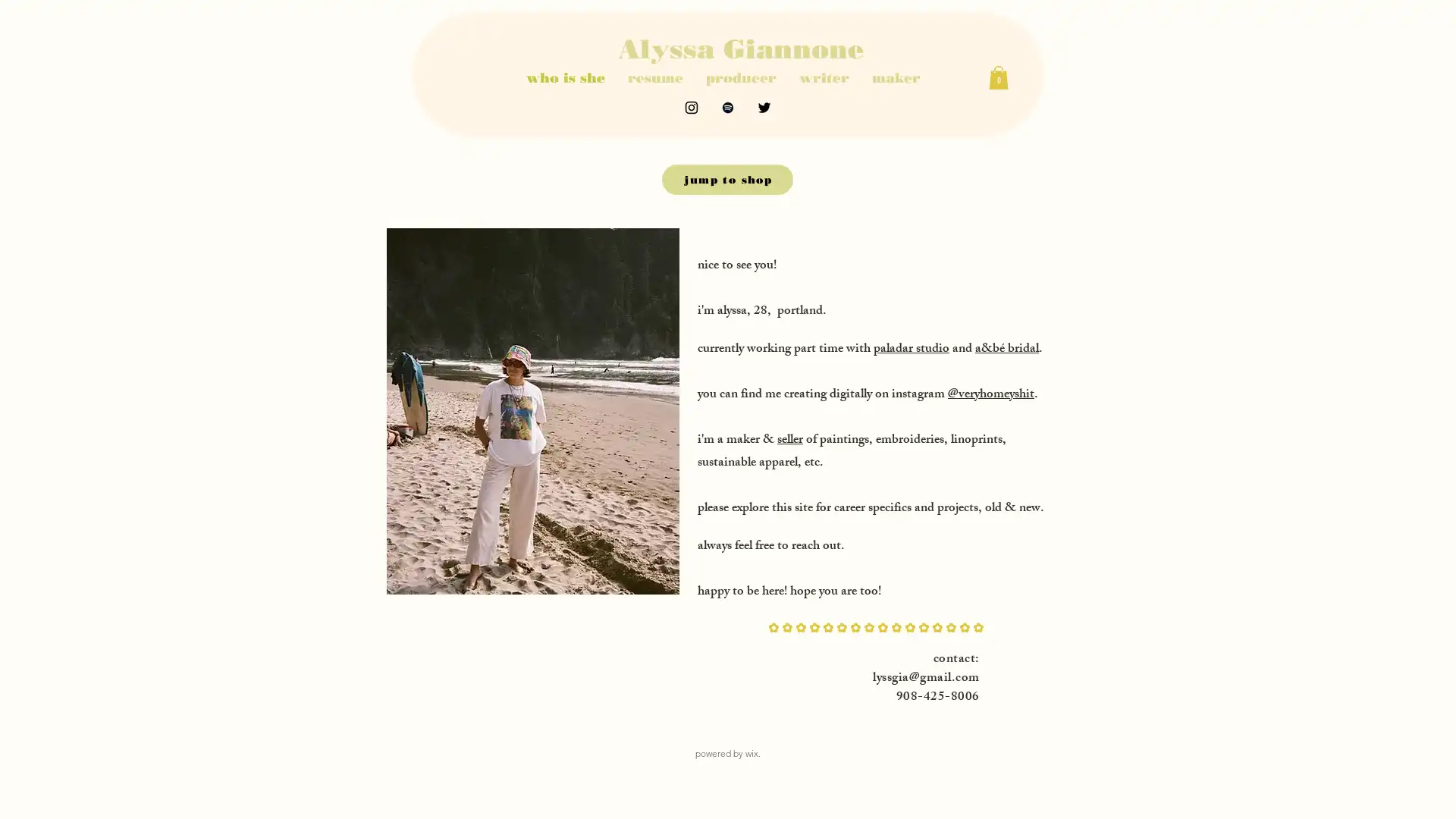 The width and height of the screenshot is (1456, 819). I want to click on Cart with 0 items, so click(998, 77).